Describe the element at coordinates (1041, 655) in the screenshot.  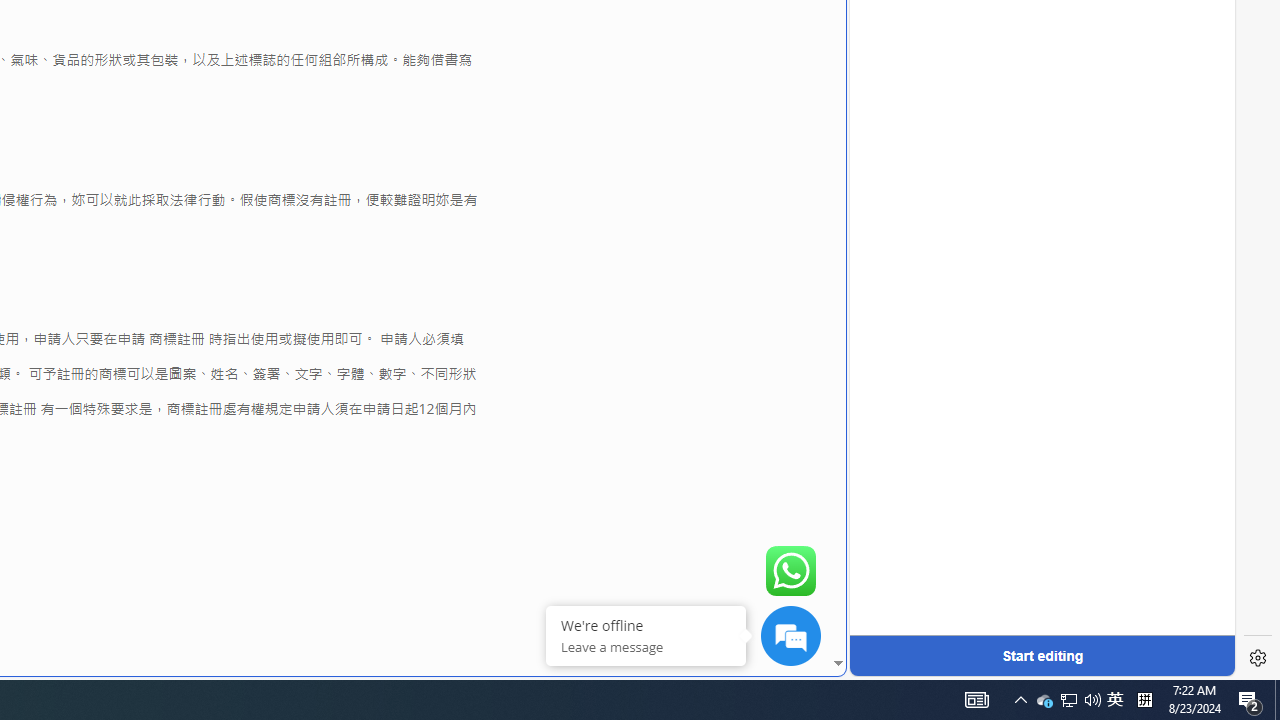
I see `'Start editing'` at that location.